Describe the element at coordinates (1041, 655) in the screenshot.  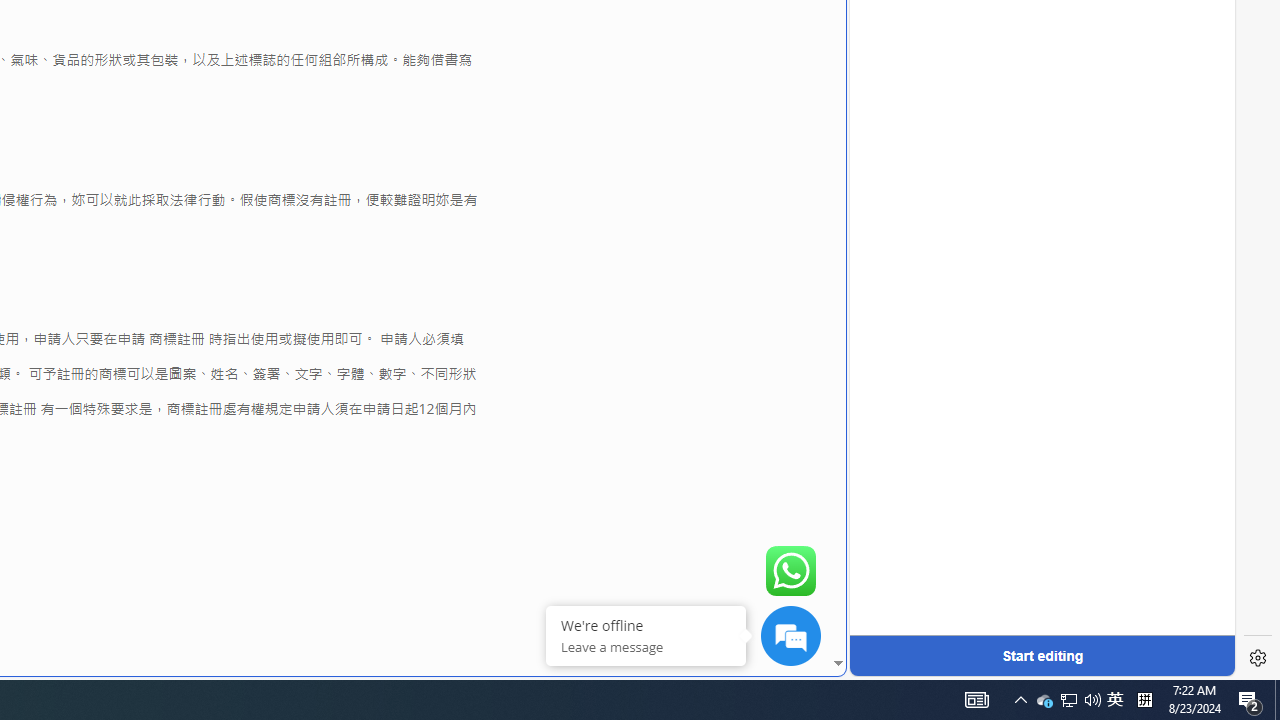
I see `'Start editing'` at that location.